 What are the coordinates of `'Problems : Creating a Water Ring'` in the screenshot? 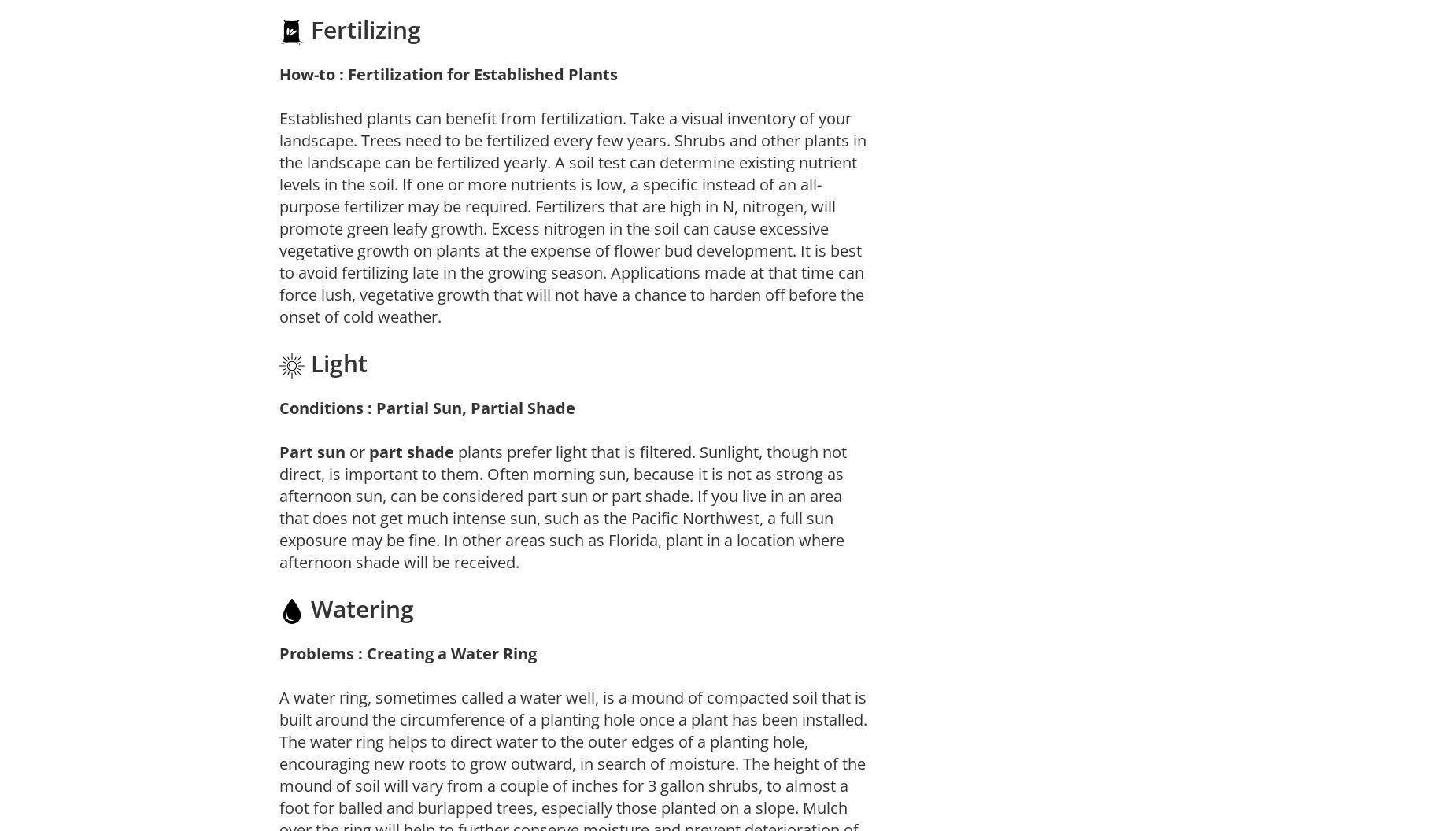 It's located at (408, 652).